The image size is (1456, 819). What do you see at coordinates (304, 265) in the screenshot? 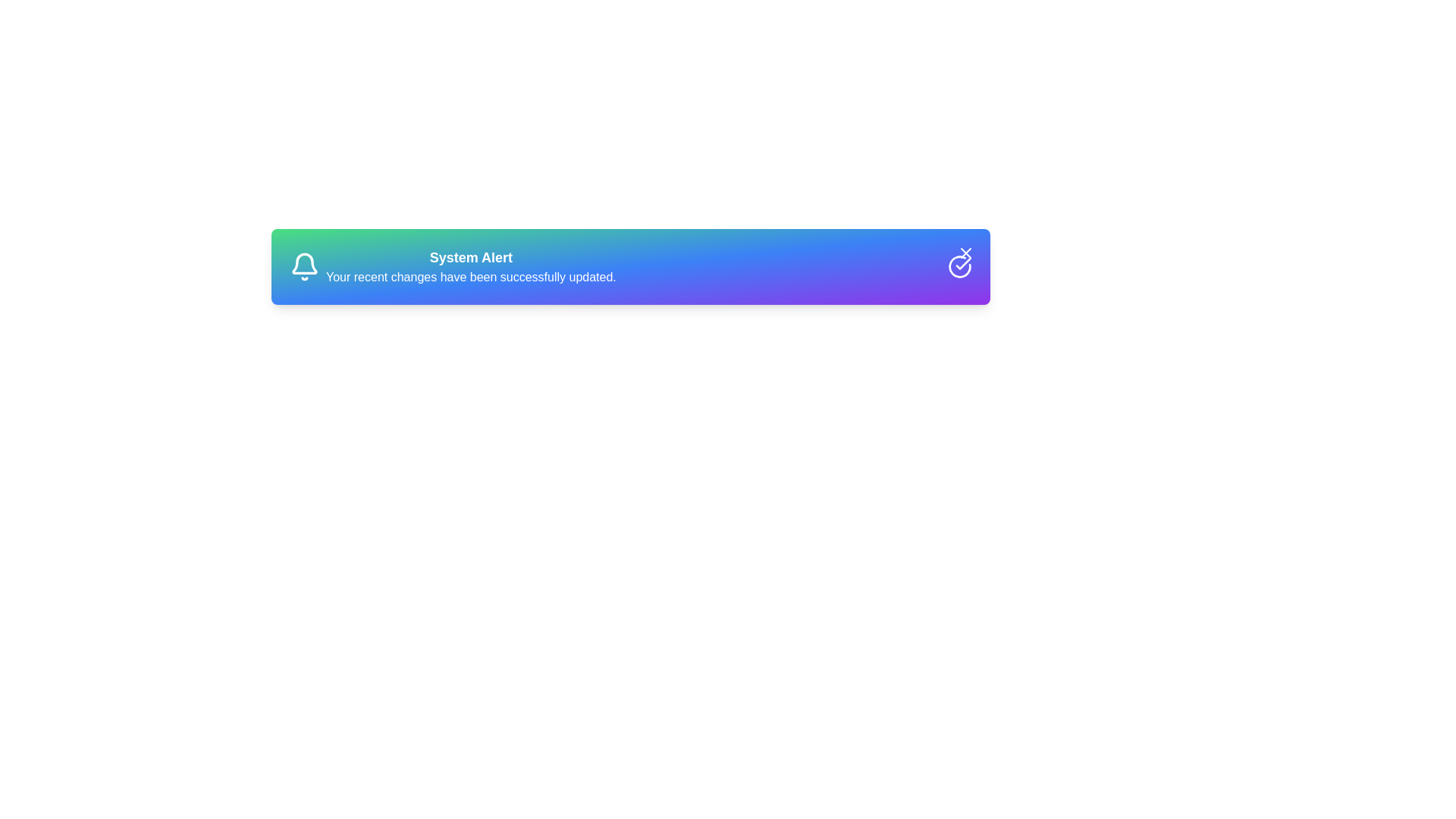
I see `the alert icon on the left of the alert component` at bounding box center [304, 265].